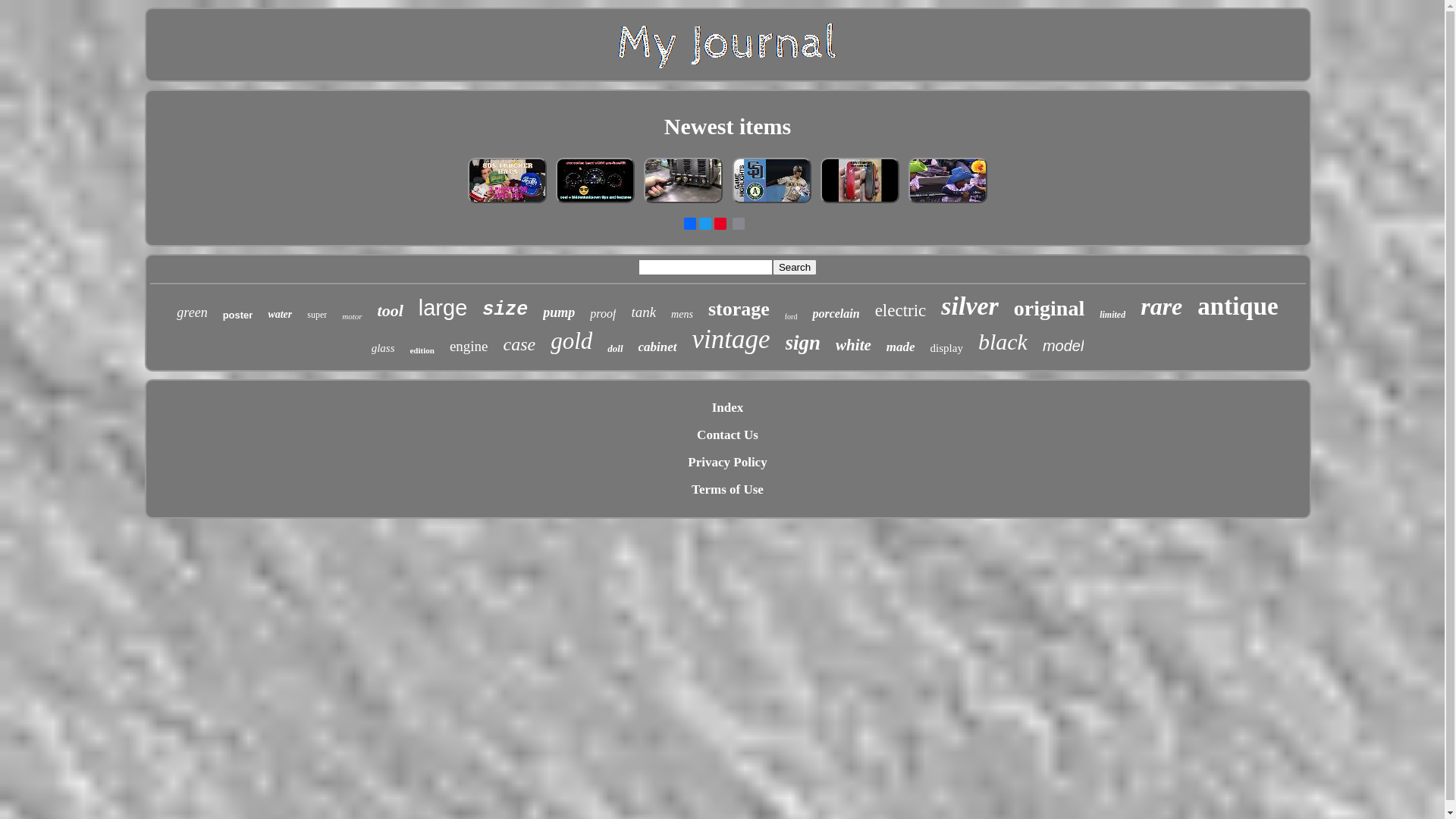  What do you see at coordinates (835, 312) in the screenshot?
I see `'porcelain'` at bounding box center [835, 312].